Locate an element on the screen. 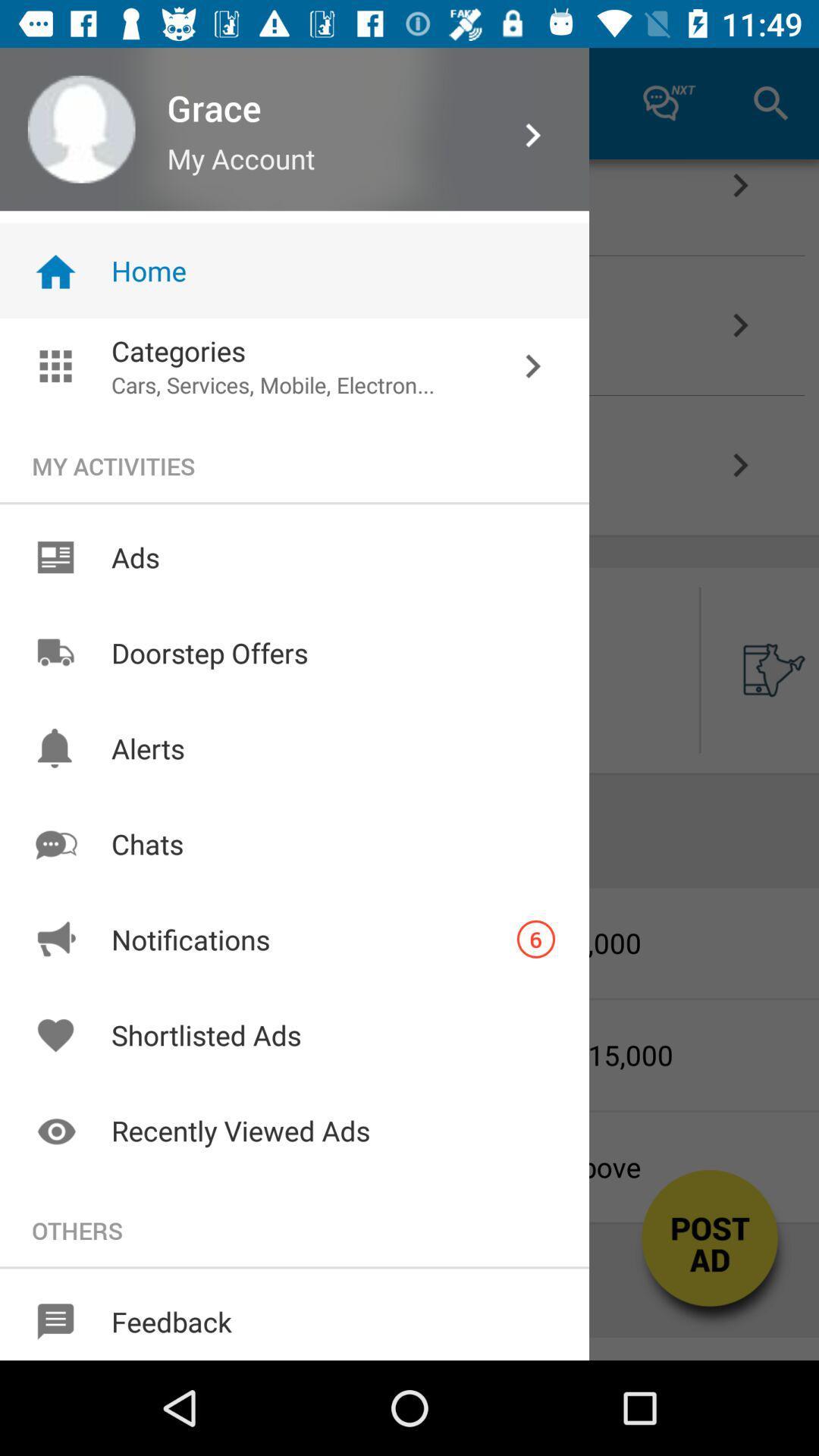 This screenshot has width=819, height=1456. the alerts option is located at coordinates (55, 748).